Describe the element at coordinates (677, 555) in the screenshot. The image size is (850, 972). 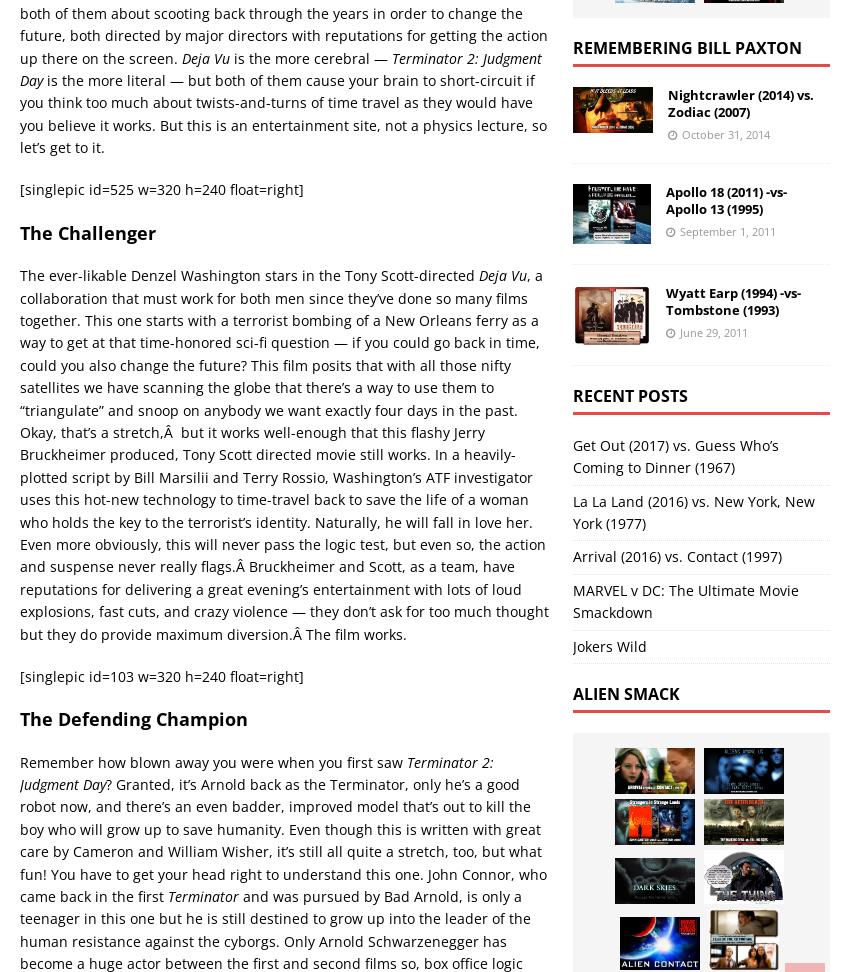
I see `'Arrival (2016) vs. Contact (1997)'` at that location.